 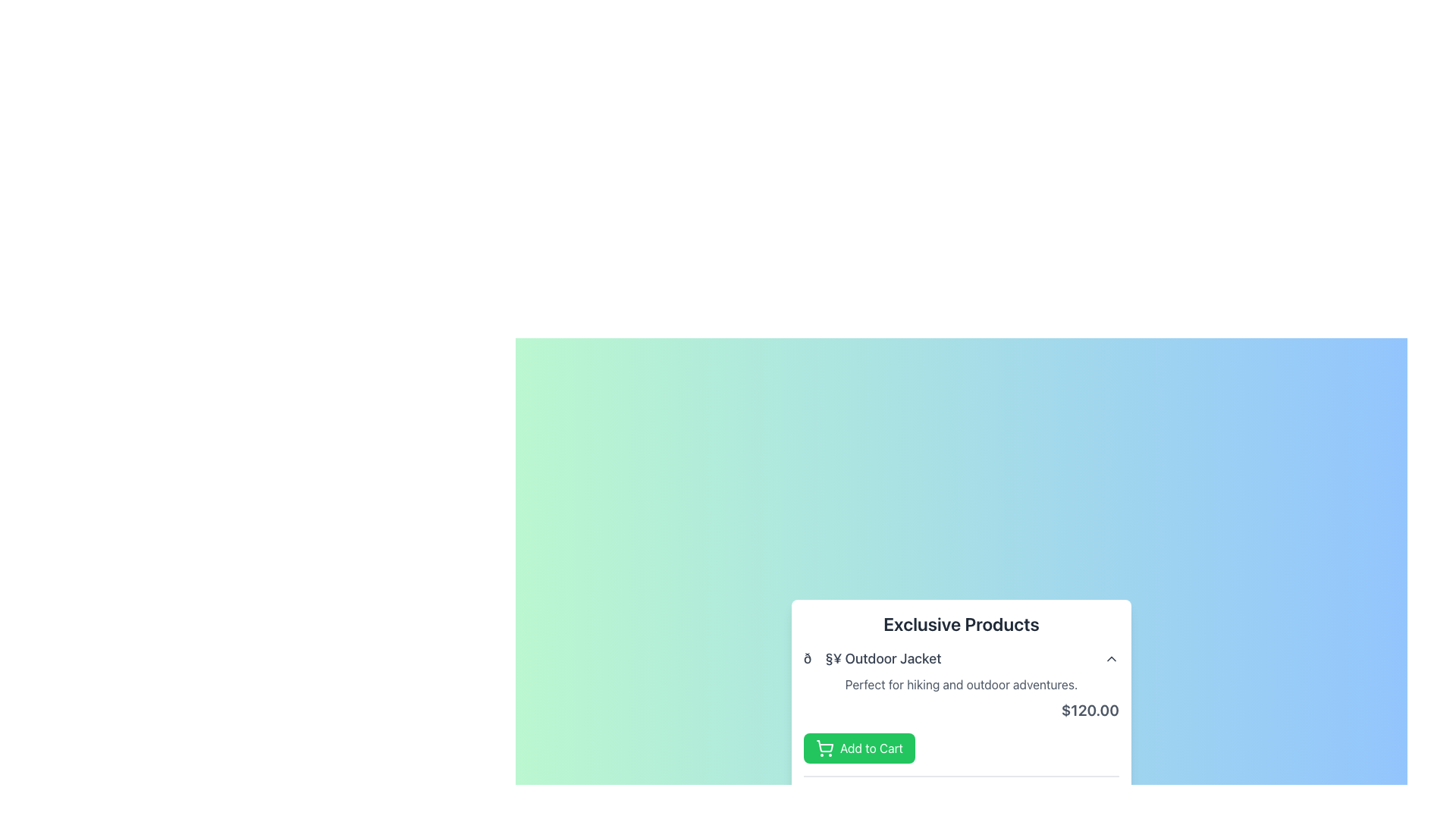 I want to click on the upward-pointing chevron icon, which is a minimal skeletal outline button located to the right of the text '🧥 Outdoor Jacket', so click(x=1111, y=657).